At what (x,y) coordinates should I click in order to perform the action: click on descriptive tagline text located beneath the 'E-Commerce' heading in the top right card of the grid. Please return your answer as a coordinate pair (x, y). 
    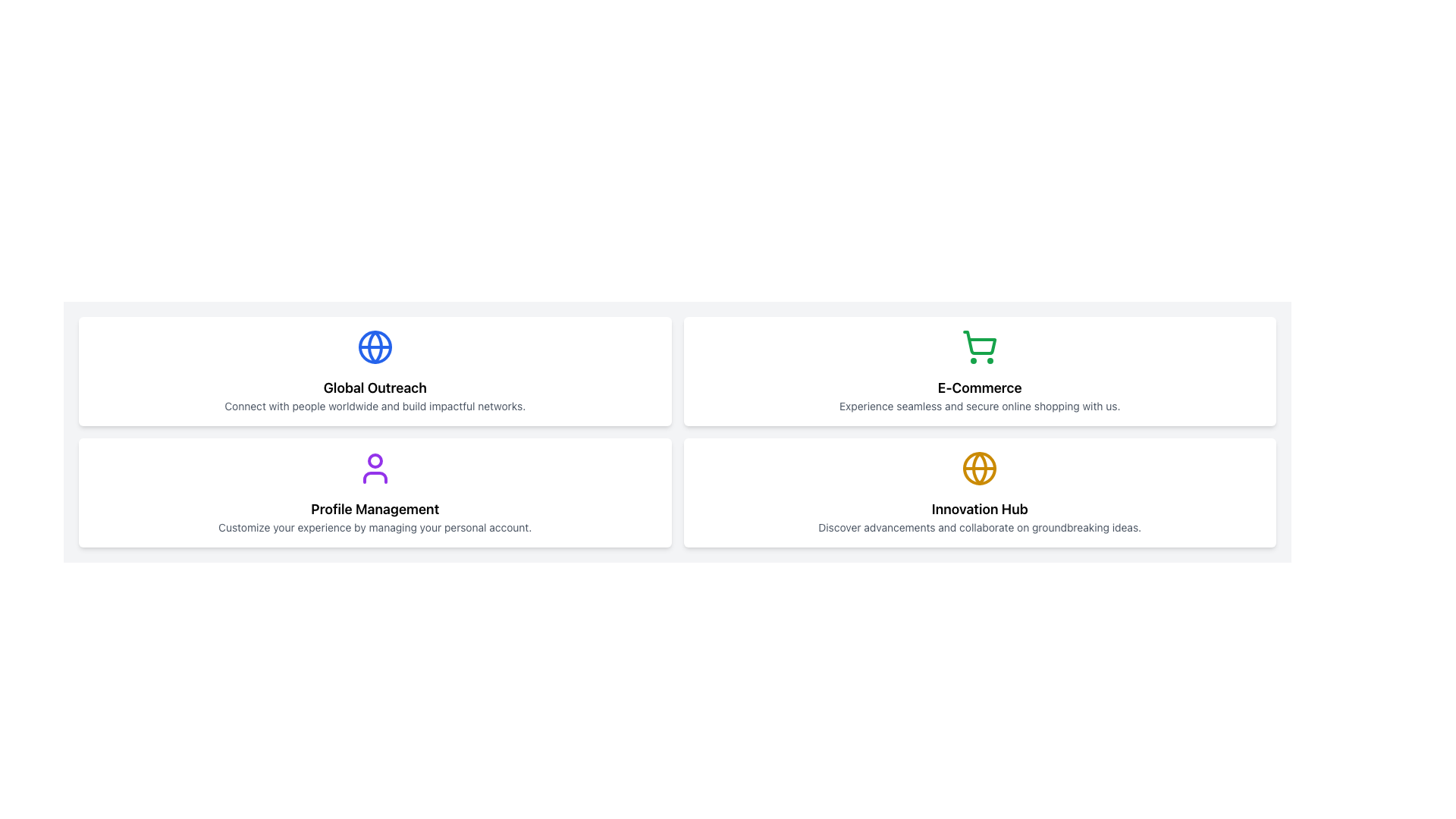
    Looking at the image, I should click on (980, 406).